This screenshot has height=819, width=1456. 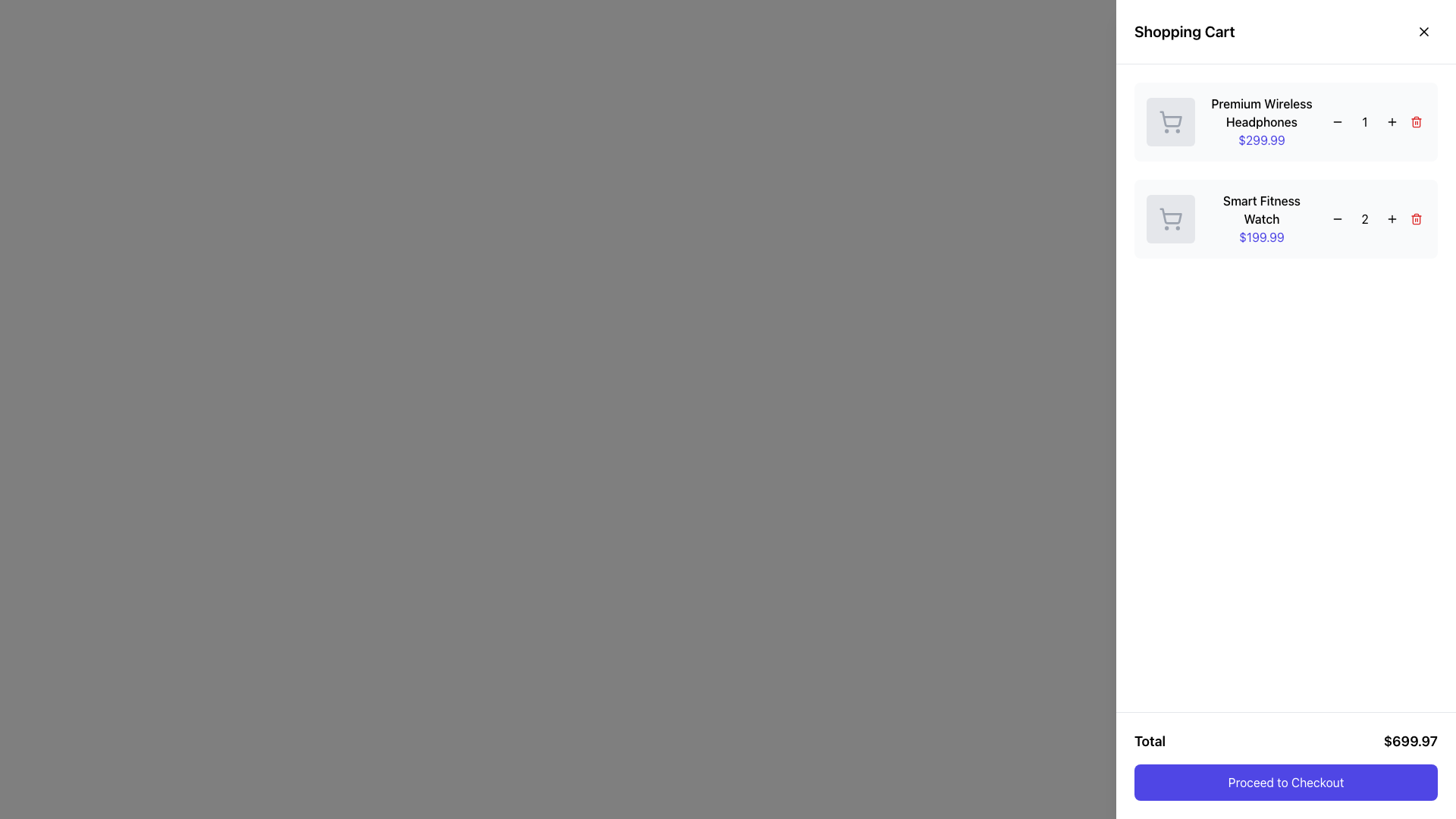 I want to click on the decrement button located on the right side of the first item's description in the shopping cart to decrease the quantity, so click(x=1337, y=121).